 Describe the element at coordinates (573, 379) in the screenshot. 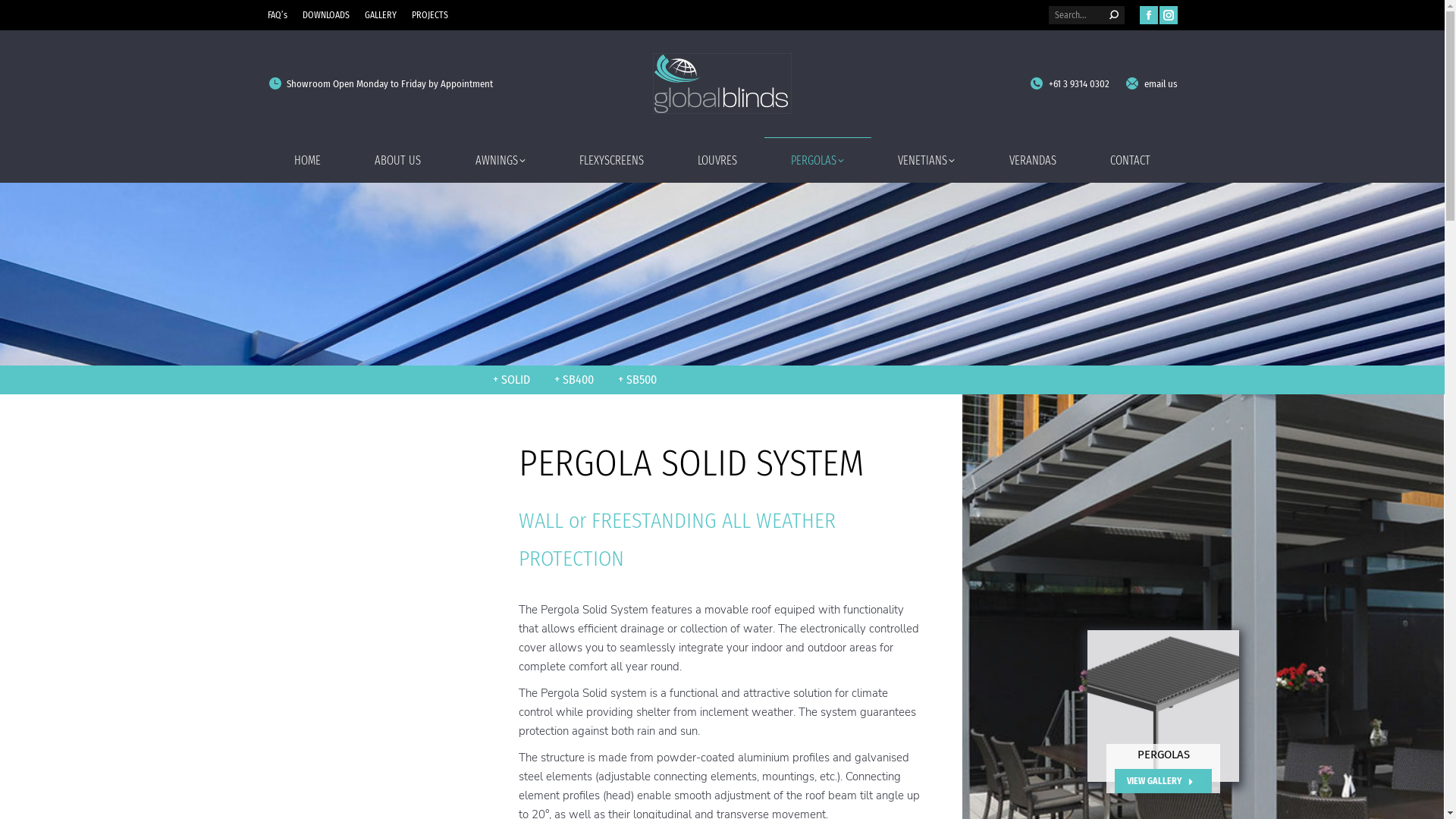

I see `'+ SB400'` at that location.